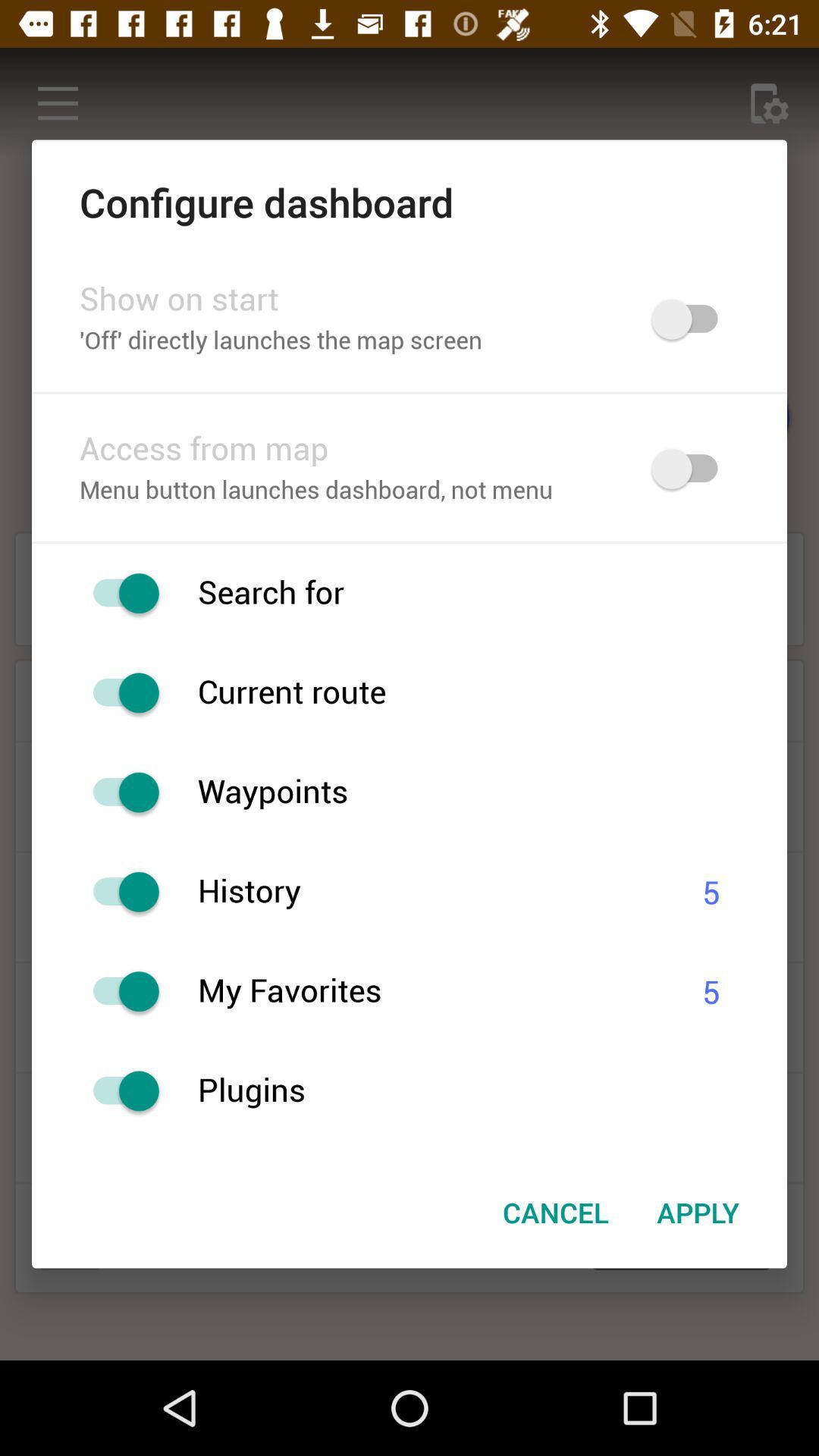 Image resolution: width=819 pixels, height=1456 pixels. I want to click on history, so click(431, 892).